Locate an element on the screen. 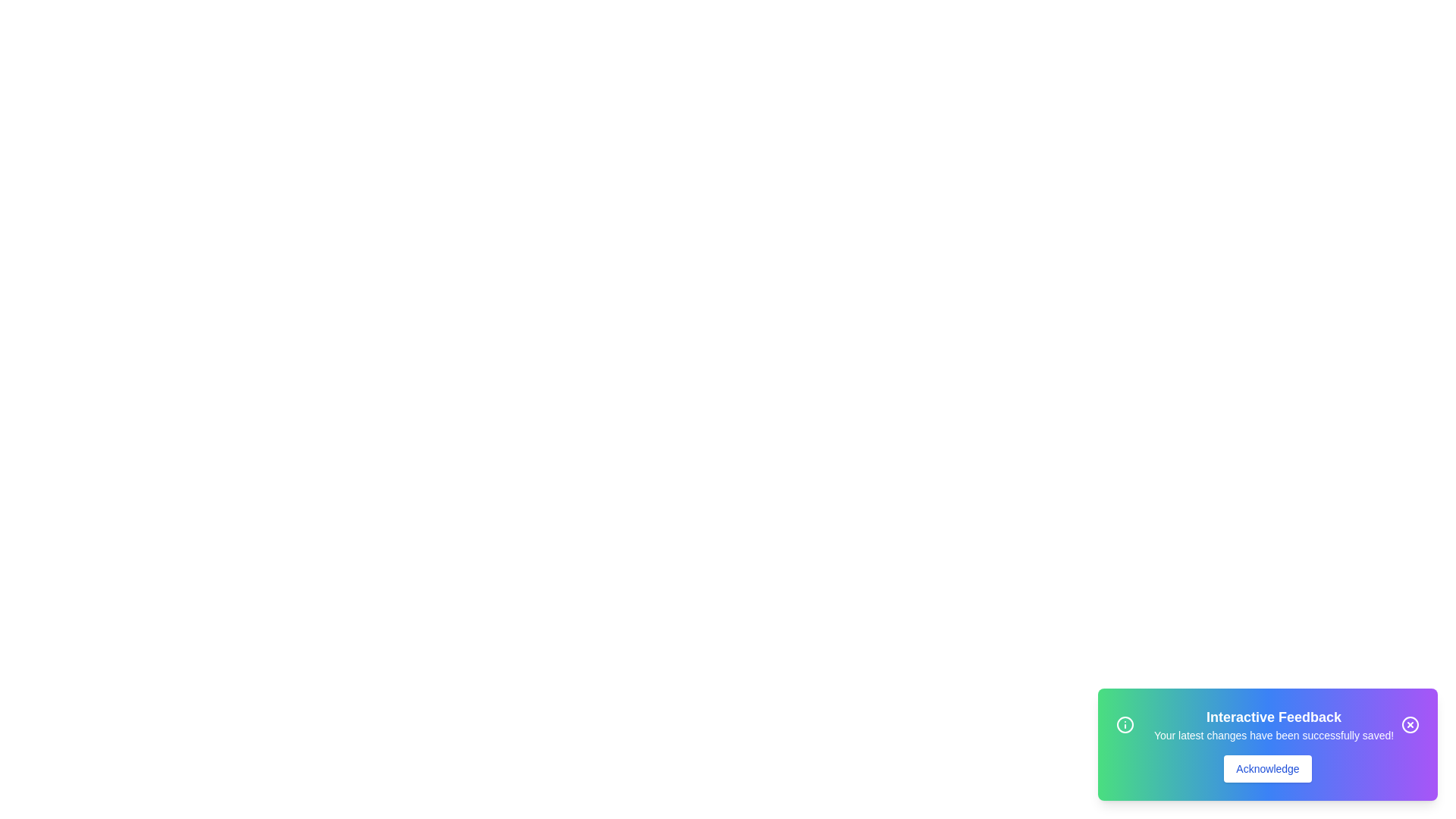 The width and height of the screenshot is (1456, 819). the confirmation button located at the bottom-right corner of the notification card is located at coordinates (1267, 769).